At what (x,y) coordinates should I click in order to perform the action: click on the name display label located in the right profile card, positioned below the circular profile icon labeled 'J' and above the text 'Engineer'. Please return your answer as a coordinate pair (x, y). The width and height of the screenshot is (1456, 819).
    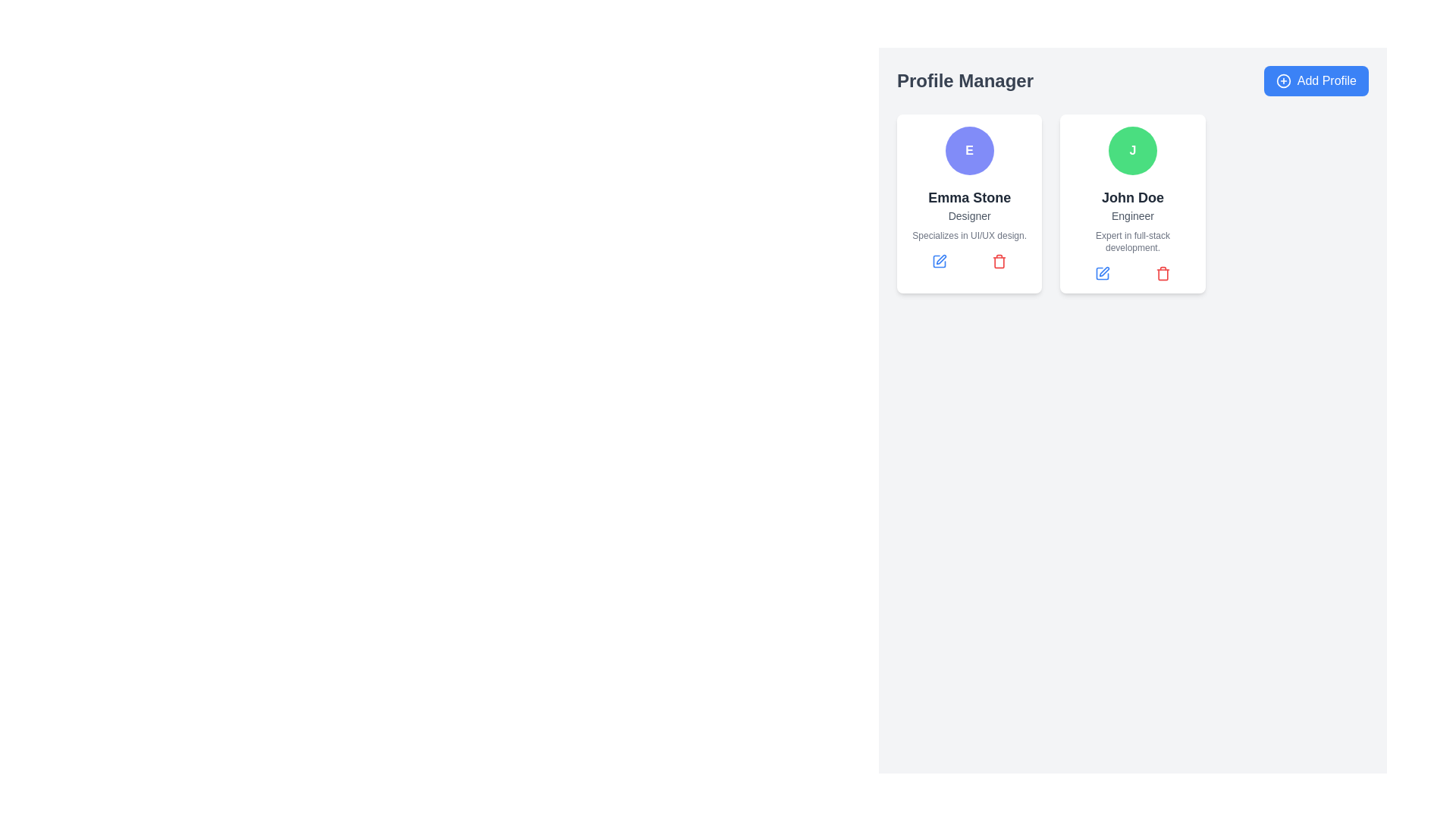
    Looking at the image, I should click on (1132, 197).